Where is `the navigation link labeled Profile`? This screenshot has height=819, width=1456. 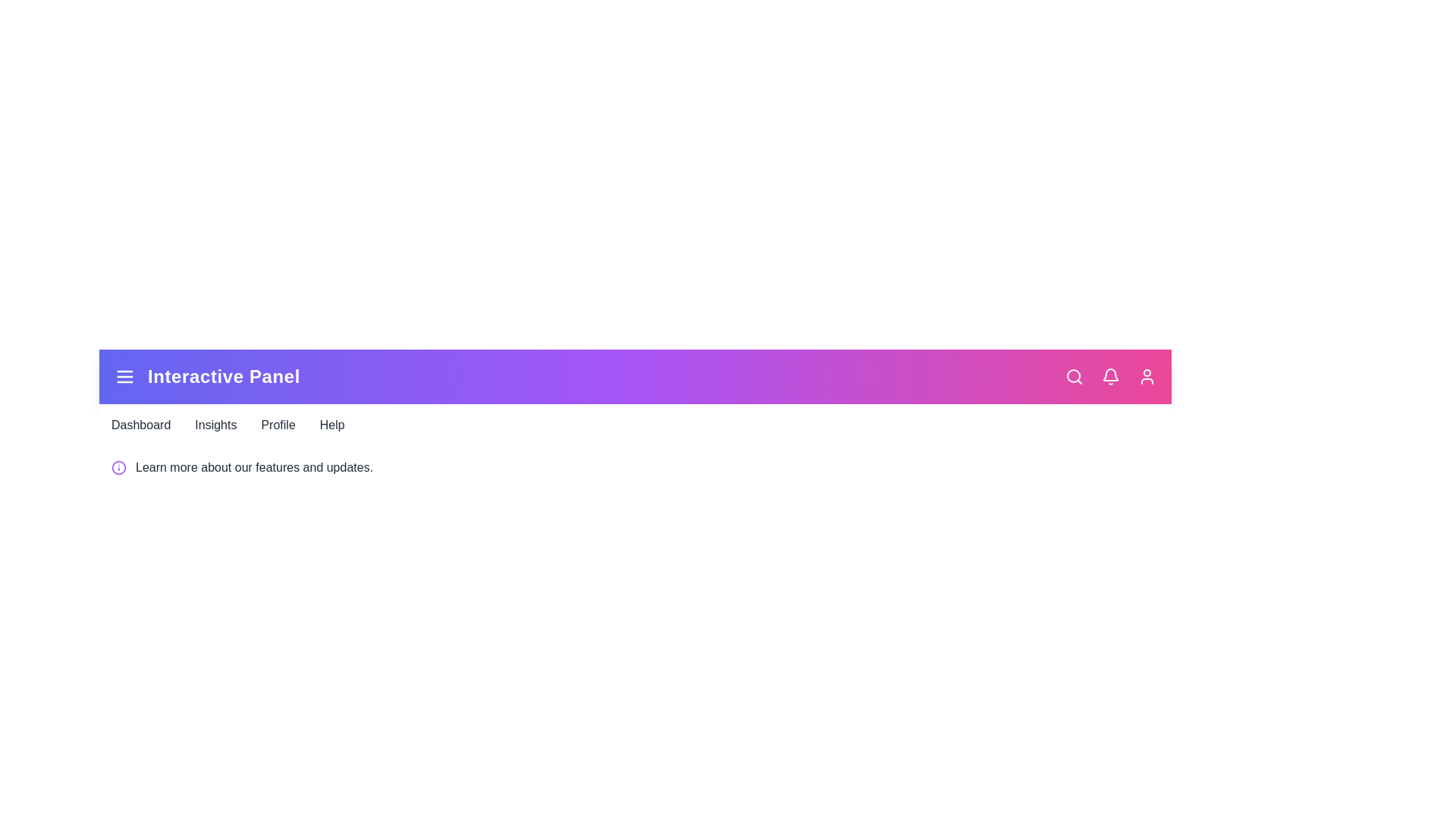 the navigation link labeled Profile is located at coordinates (278, 425).